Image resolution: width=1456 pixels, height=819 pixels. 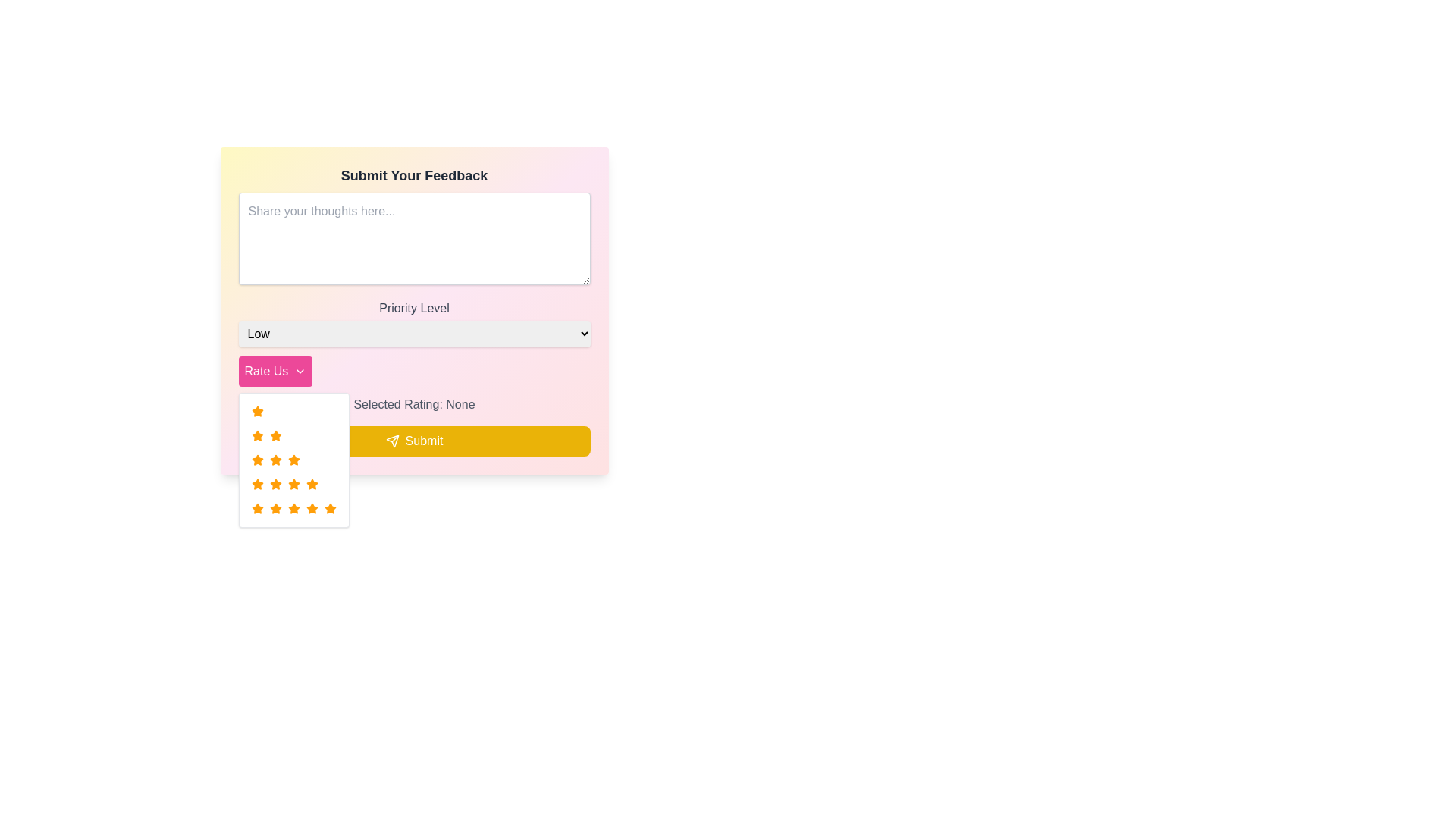 What do you see at coordinates (329, 509) in the screenshot?
I see `the last star icon in the rating grid located in the dropdown menu under the 'Rate Us' button` at bounding box center [329, 509].